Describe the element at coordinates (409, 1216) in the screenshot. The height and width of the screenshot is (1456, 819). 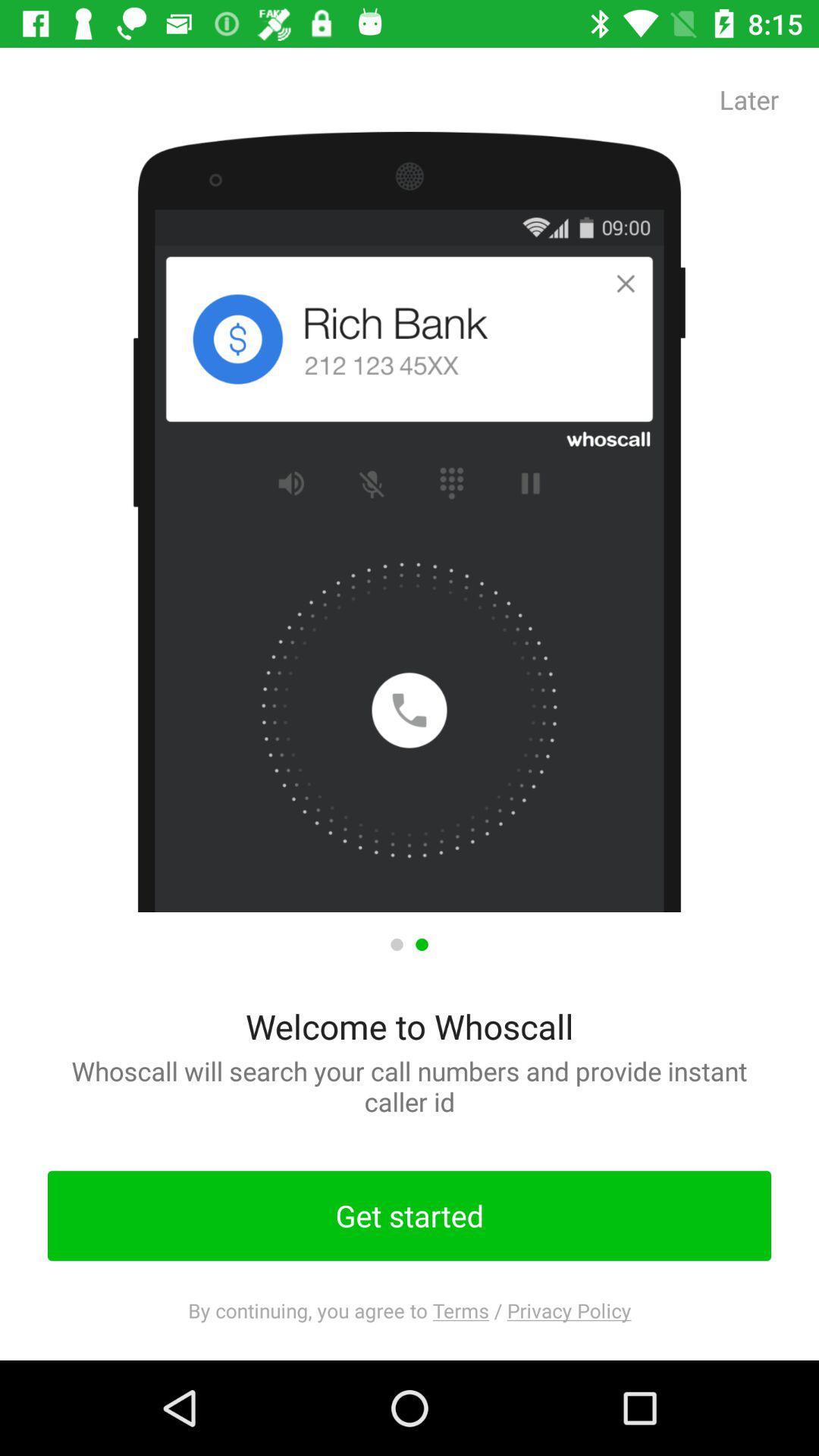
I see `get started` at that location.